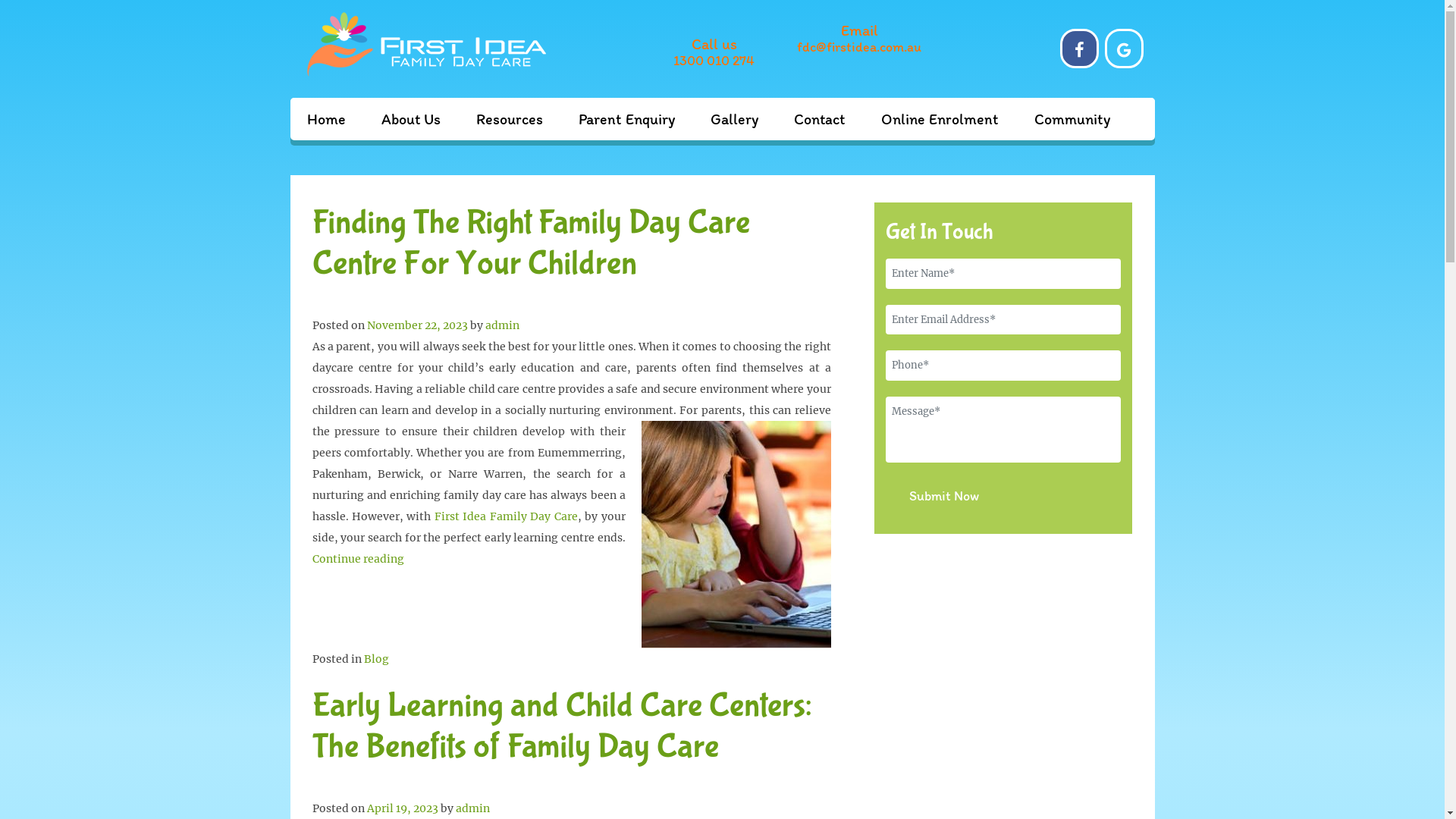 This screenshot has width=1456, height=819. What do you see at coordinates (510, 118) in the screenshot?
I see `'Resources'` at bounding box center [510, 118].